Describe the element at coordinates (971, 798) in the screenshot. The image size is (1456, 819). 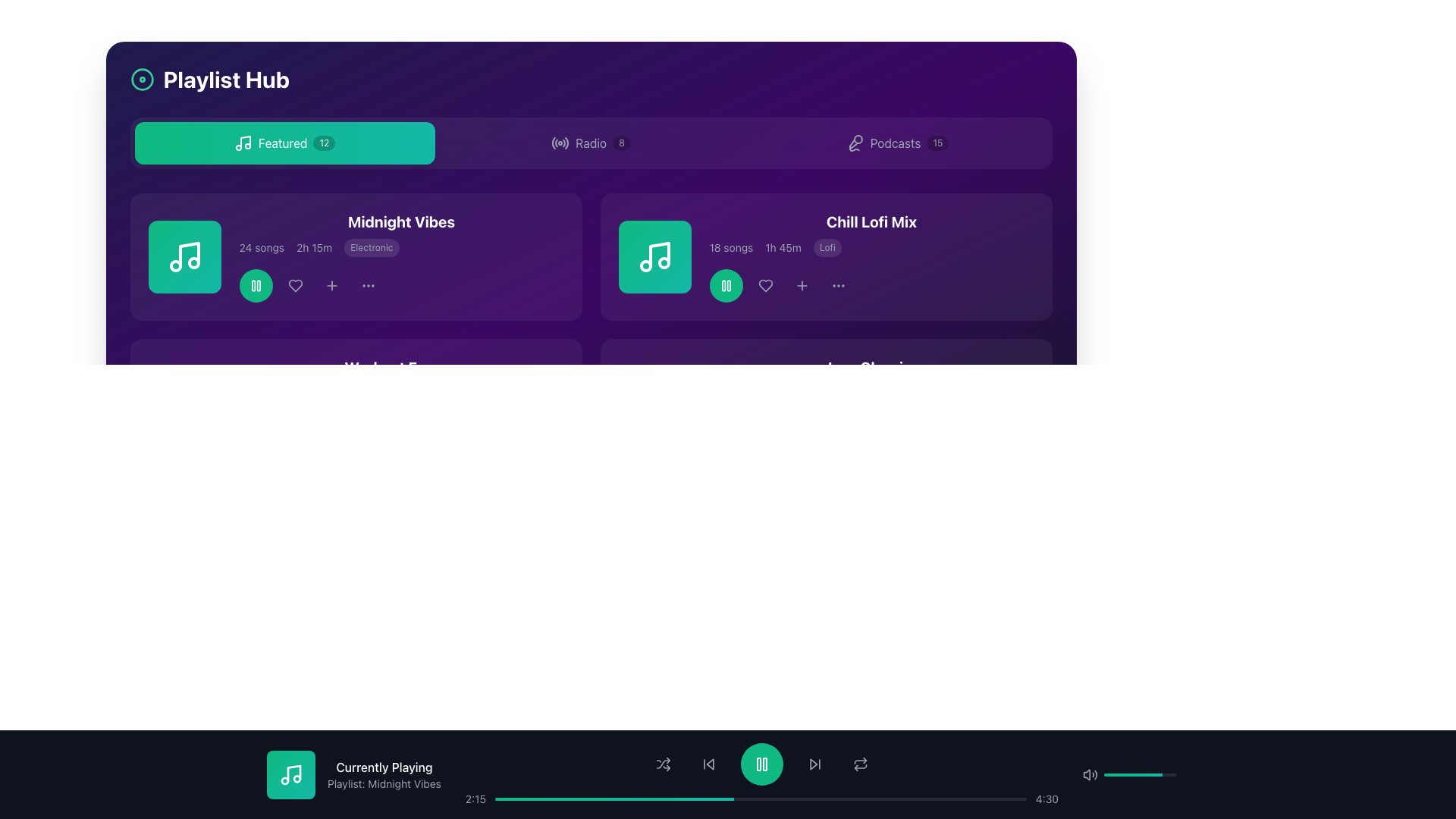
I see `playback time` at that location.